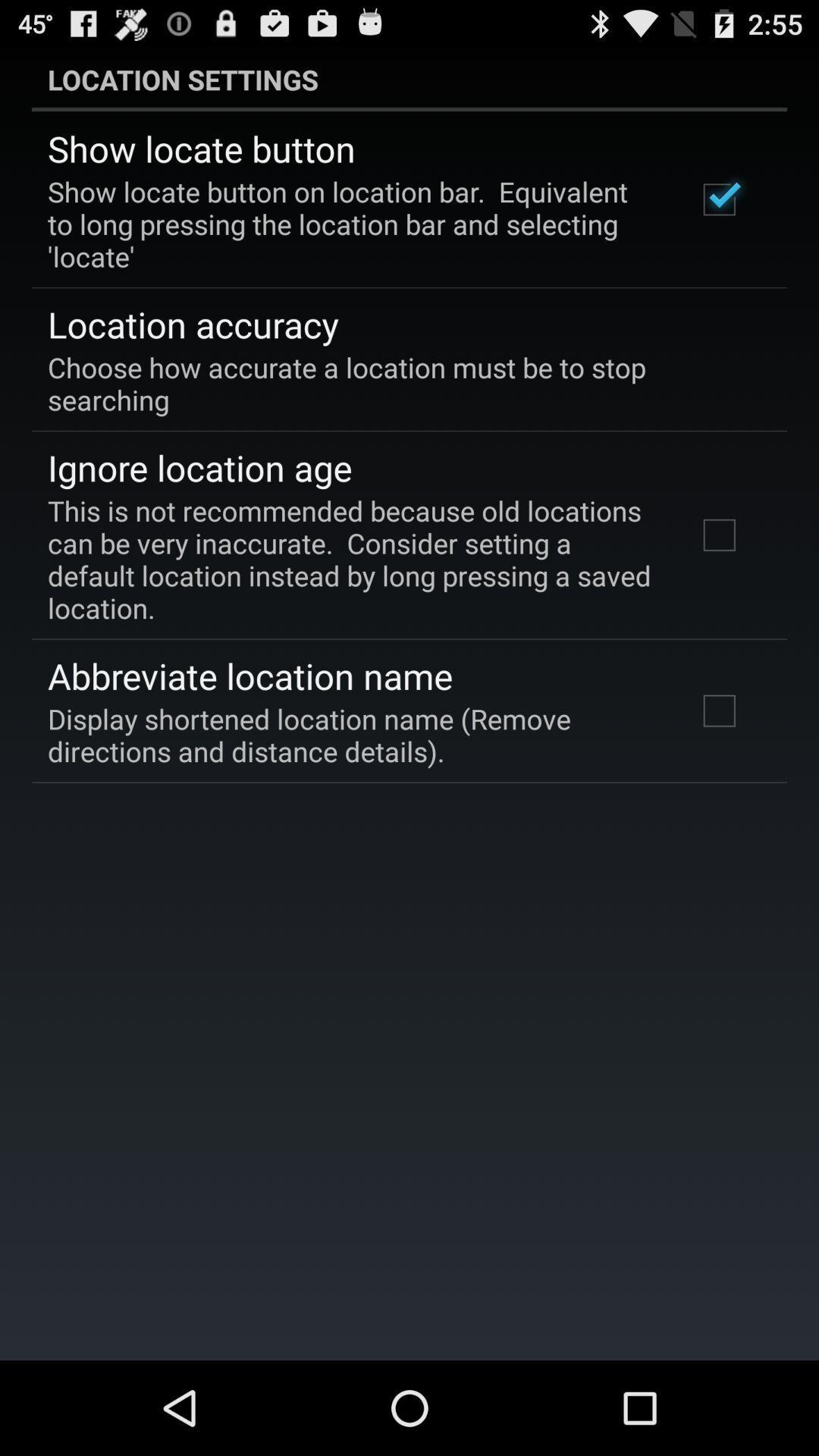  I want to click on abbreviate location name, so click(249, 675).